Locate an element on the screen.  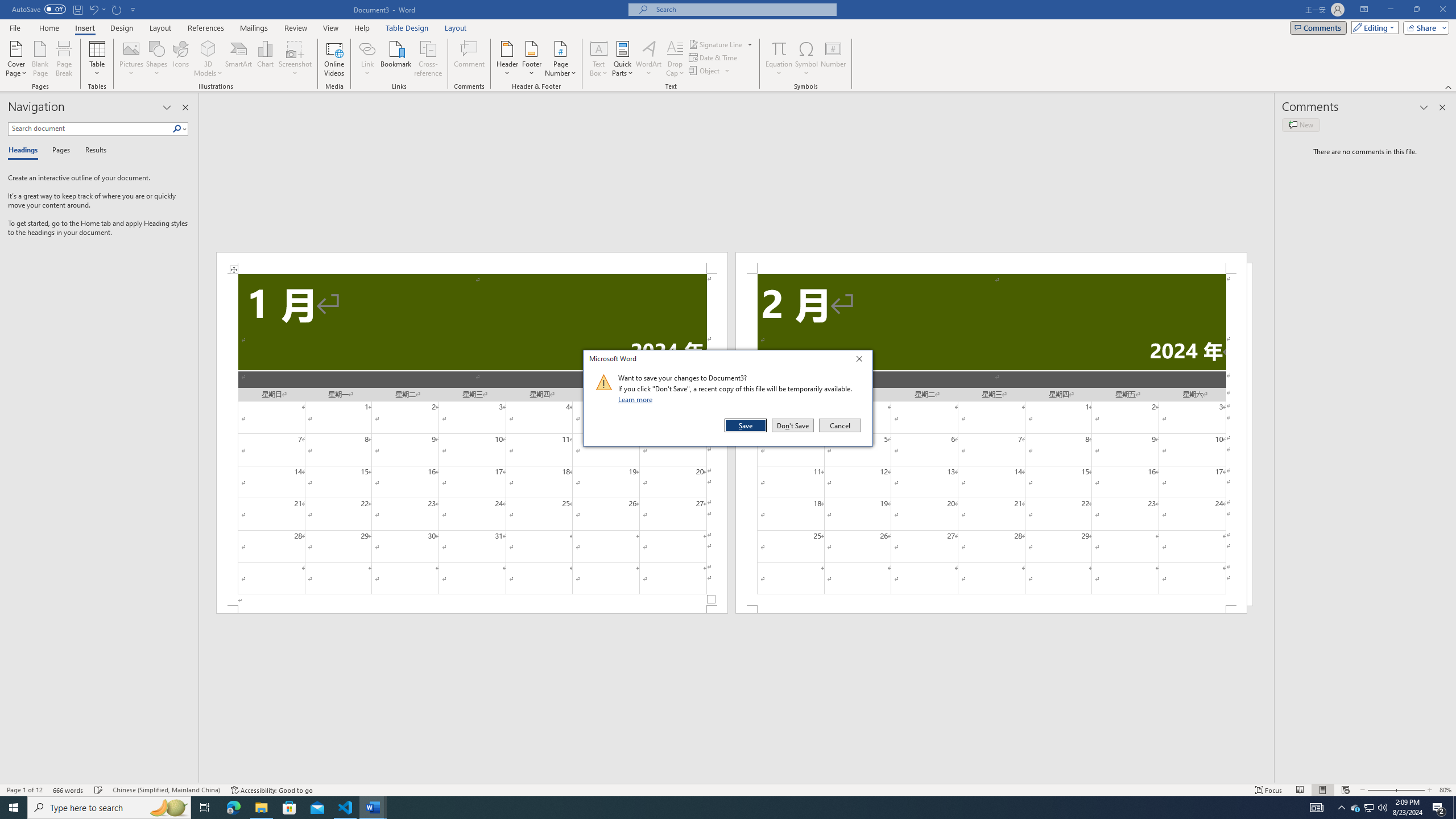
'3D Models' is located at coordinates (208, 48).